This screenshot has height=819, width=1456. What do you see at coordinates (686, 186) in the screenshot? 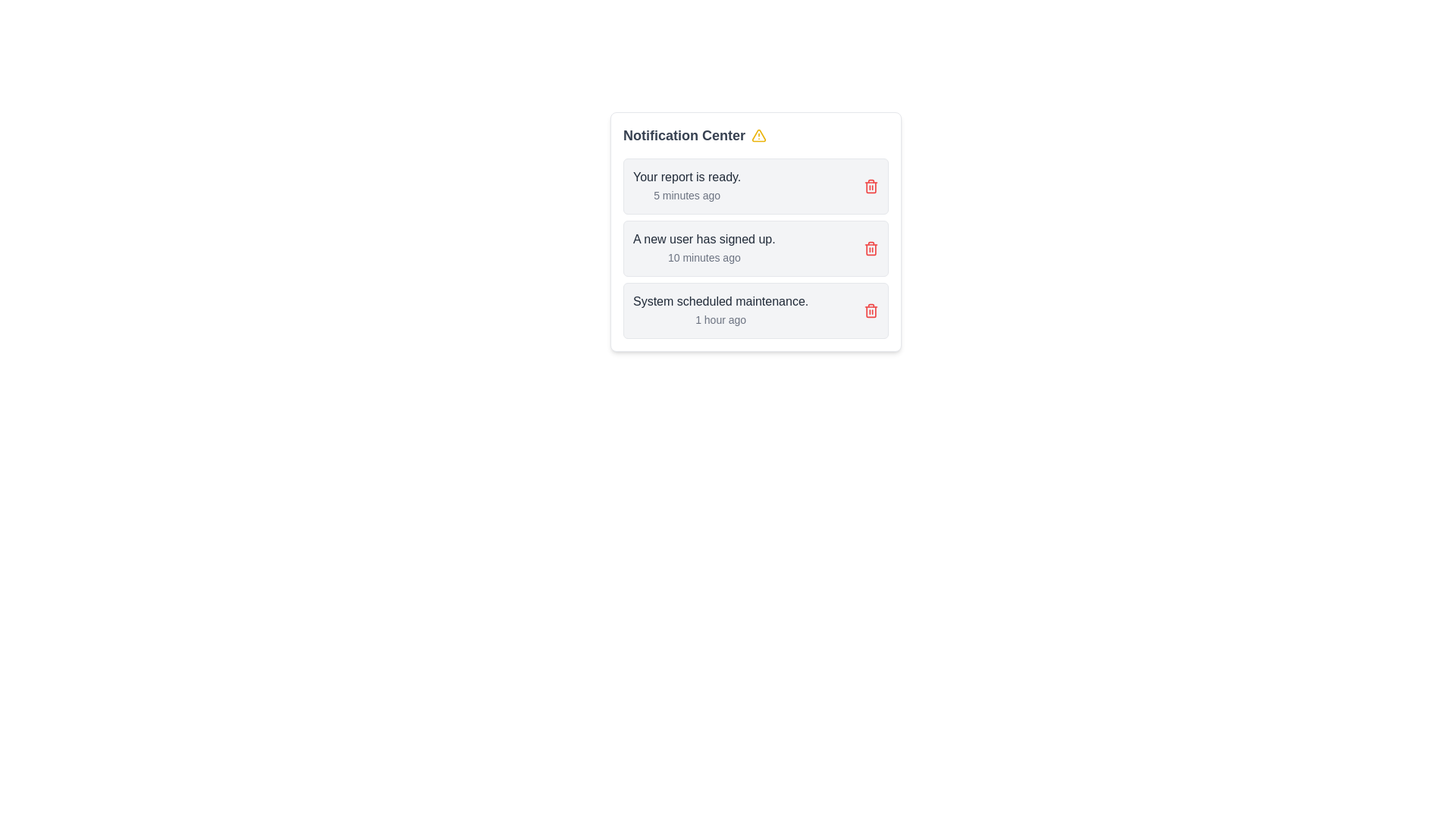
I see `the notification item that says 'Your report is ready.'` at bounding box center [686, 186].